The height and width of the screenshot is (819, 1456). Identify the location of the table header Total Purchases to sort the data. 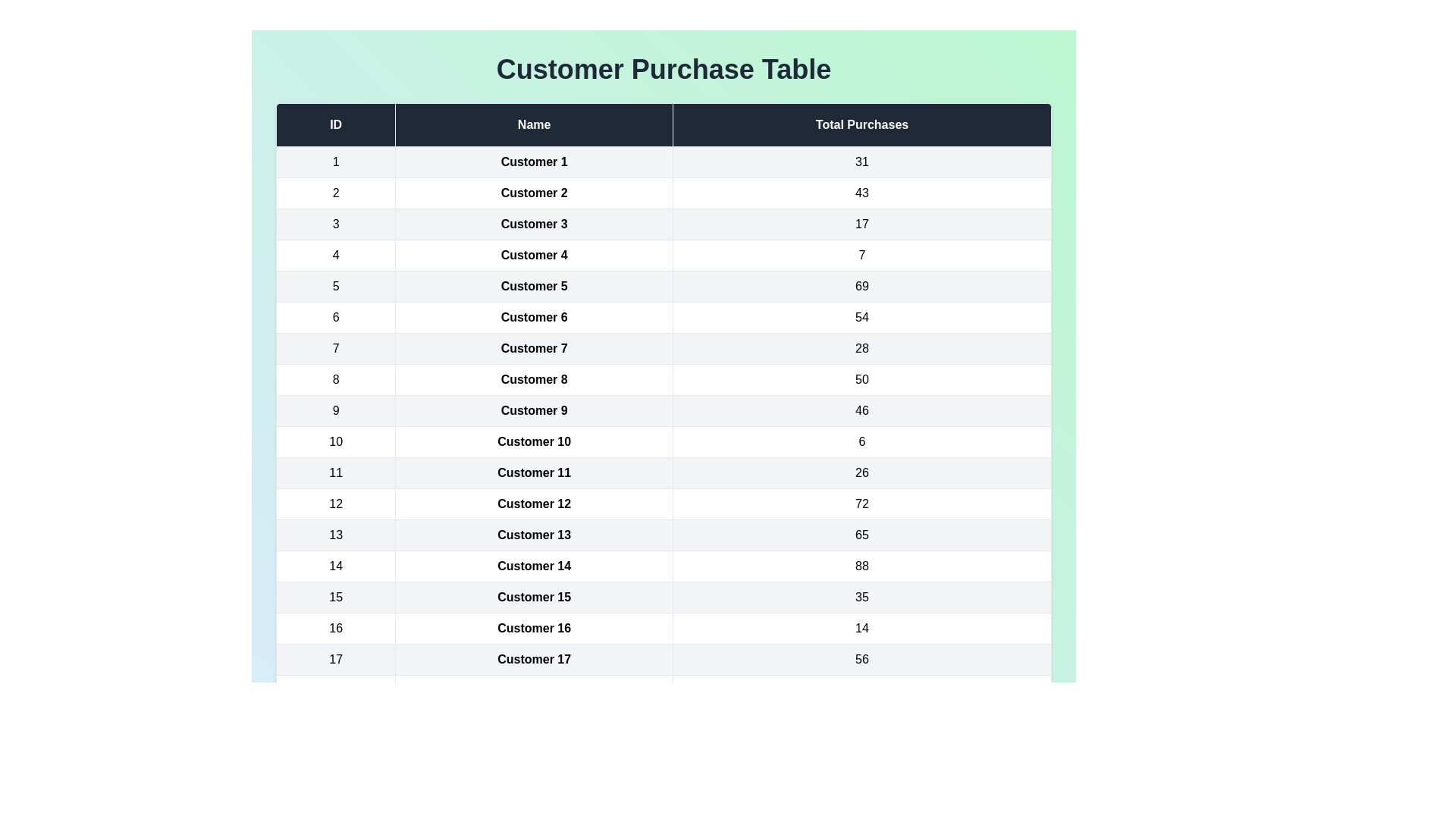
(862, 124).